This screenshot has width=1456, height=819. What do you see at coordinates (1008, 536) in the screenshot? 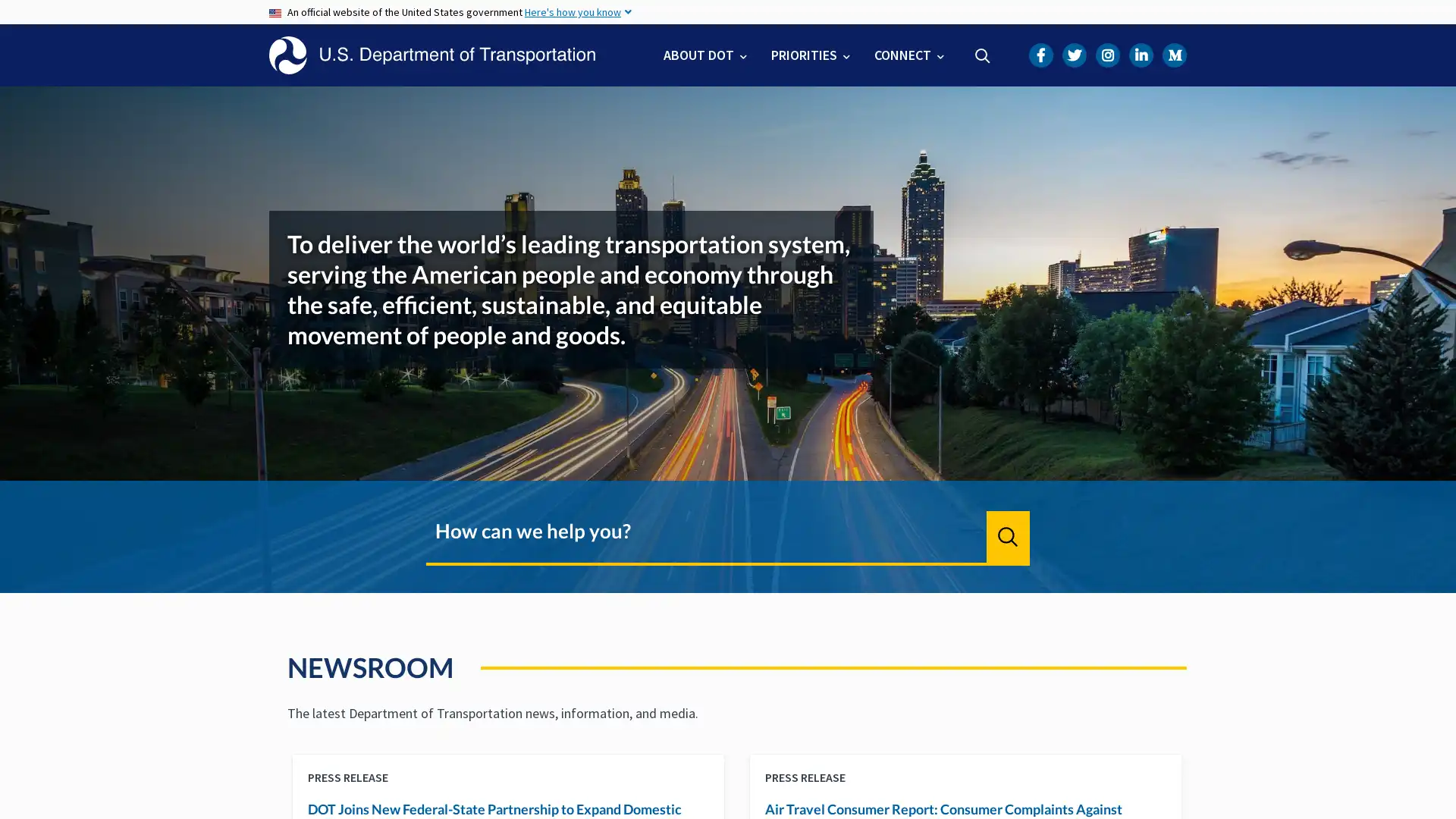
I see `Search` at bounding box center [1008, 536].